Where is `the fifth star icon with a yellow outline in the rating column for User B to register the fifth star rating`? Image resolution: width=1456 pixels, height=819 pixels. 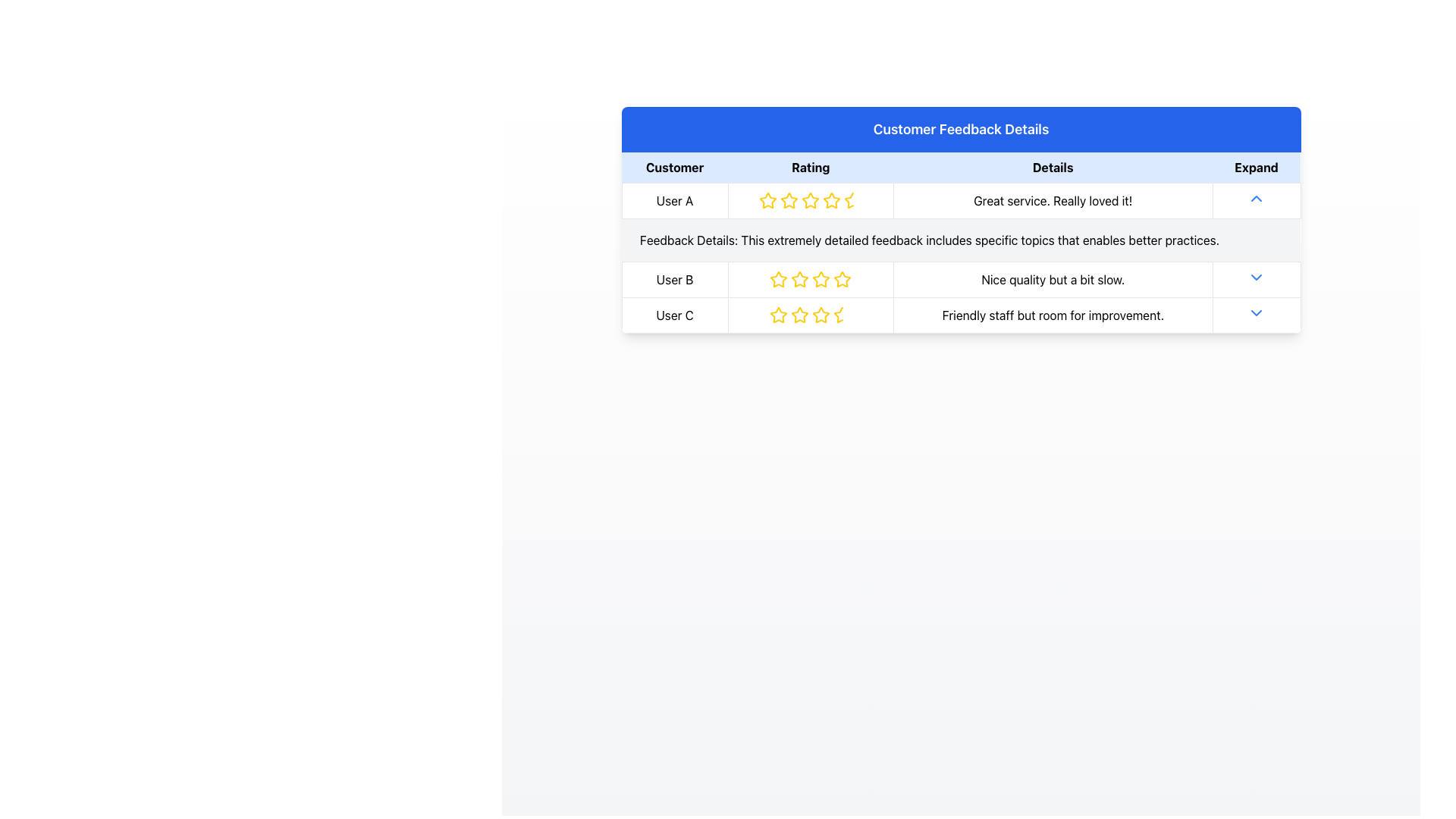 the fifth star icon with a yellow outline in the rating column for User B to register the fifth star rating is located at coordinates (842, 280).